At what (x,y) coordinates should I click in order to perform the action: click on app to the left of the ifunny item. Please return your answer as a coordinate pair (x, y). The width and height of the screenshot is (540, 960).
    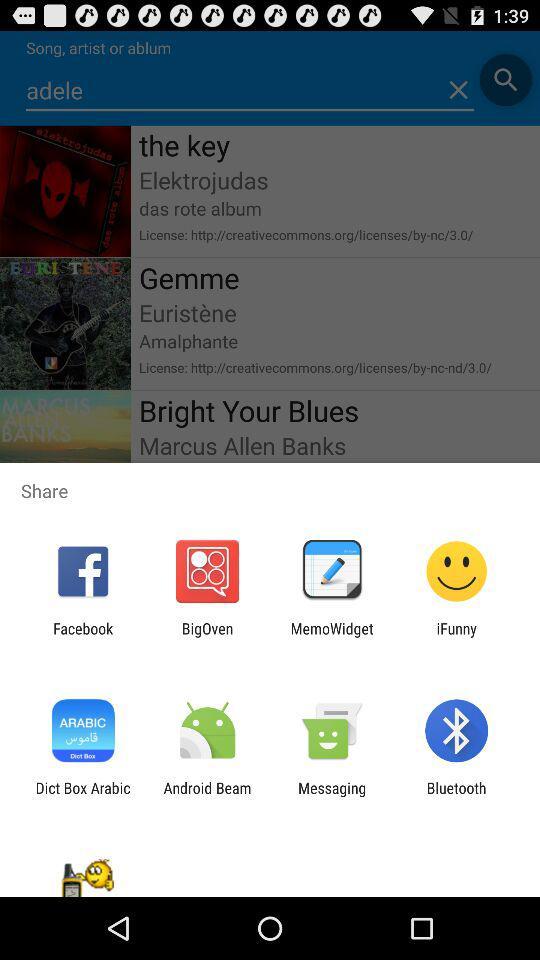
    Looking at the image, I should click on (332, 636).